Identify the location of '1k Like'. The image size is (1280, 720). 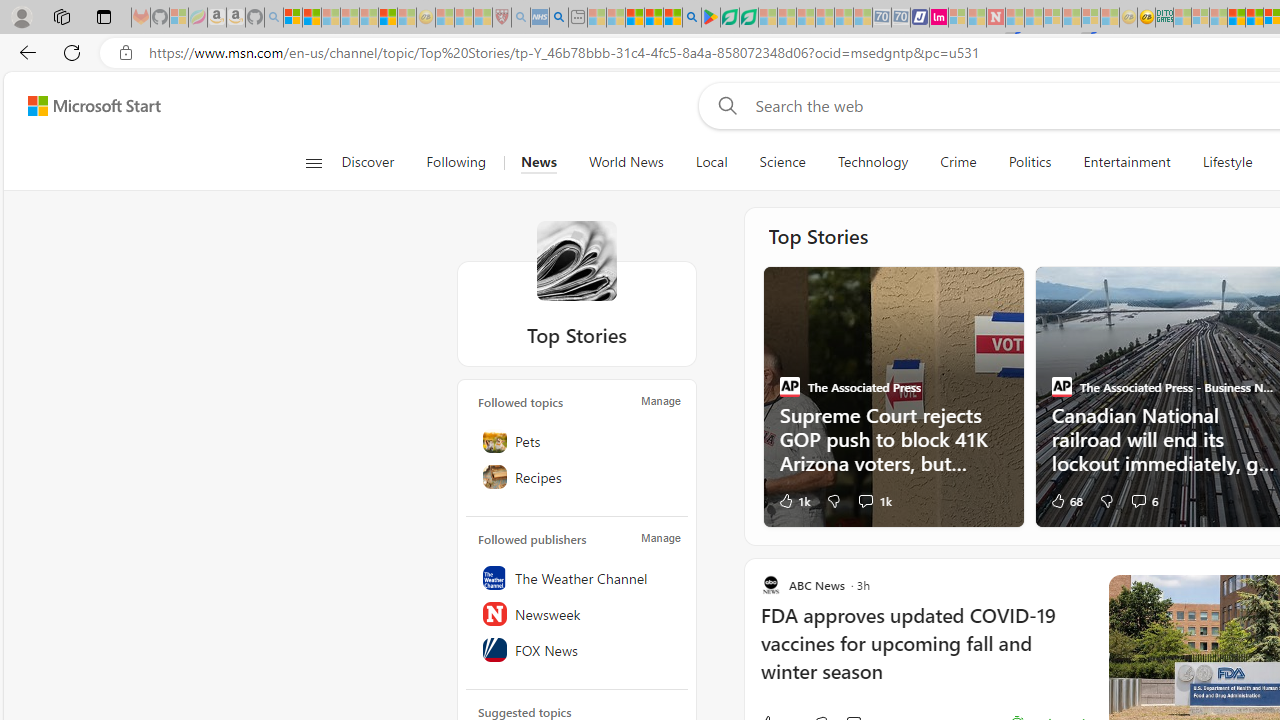
(792, 499).